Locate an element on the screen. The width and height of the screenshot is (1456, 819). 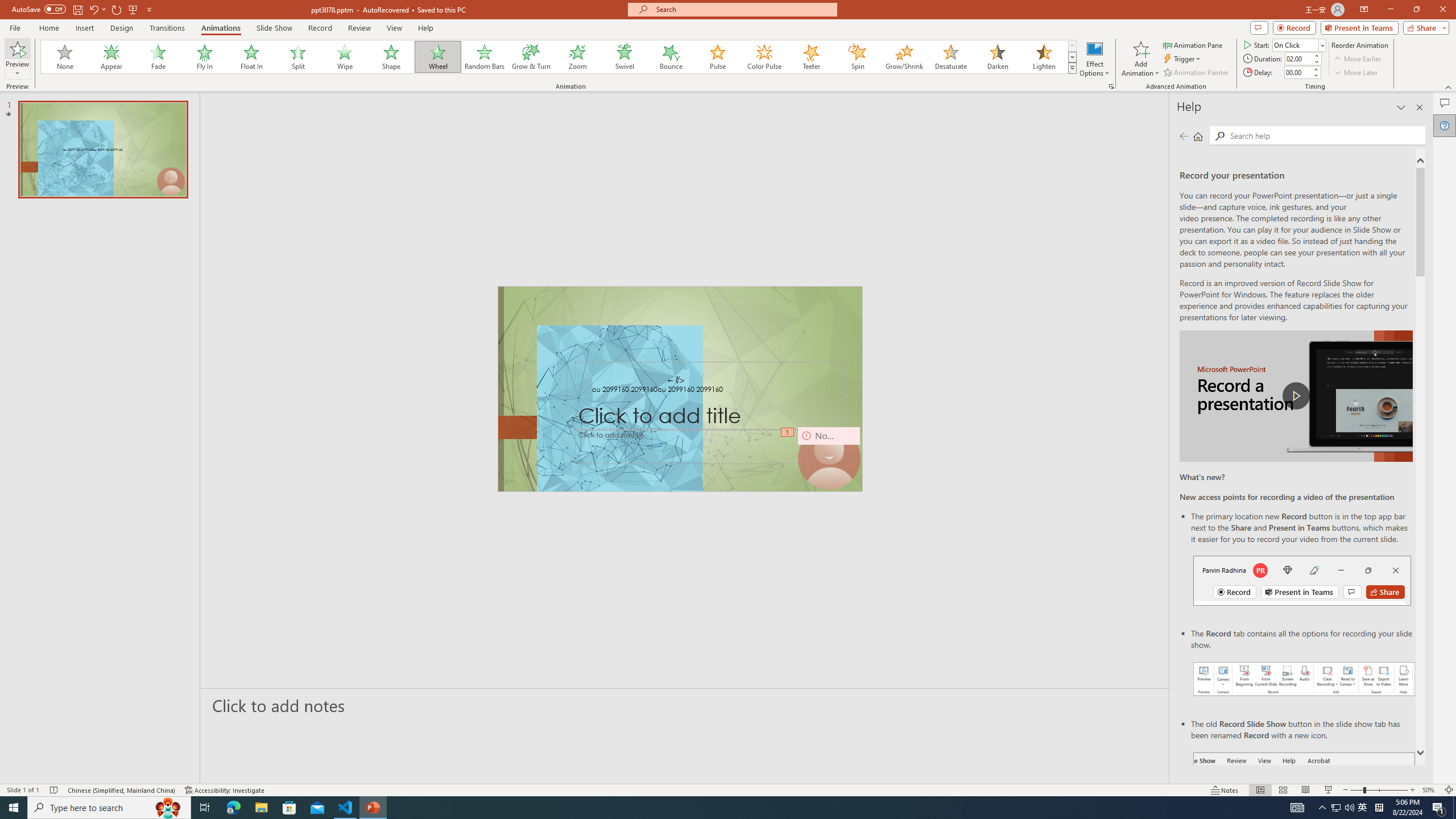
'Desaturate' is located at coordinates (950, 56).